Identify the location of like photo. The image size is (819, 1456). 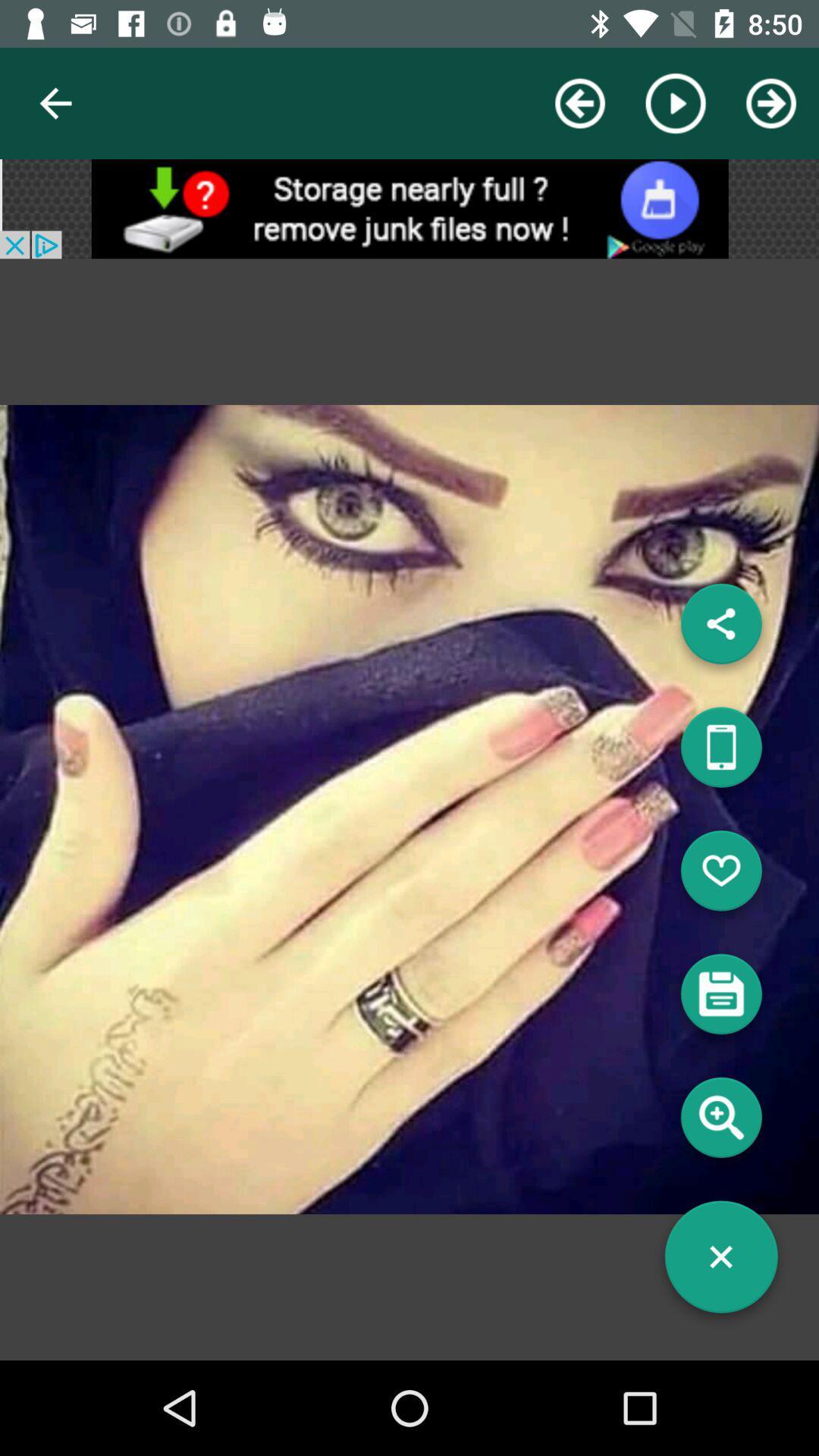
(720, 877).